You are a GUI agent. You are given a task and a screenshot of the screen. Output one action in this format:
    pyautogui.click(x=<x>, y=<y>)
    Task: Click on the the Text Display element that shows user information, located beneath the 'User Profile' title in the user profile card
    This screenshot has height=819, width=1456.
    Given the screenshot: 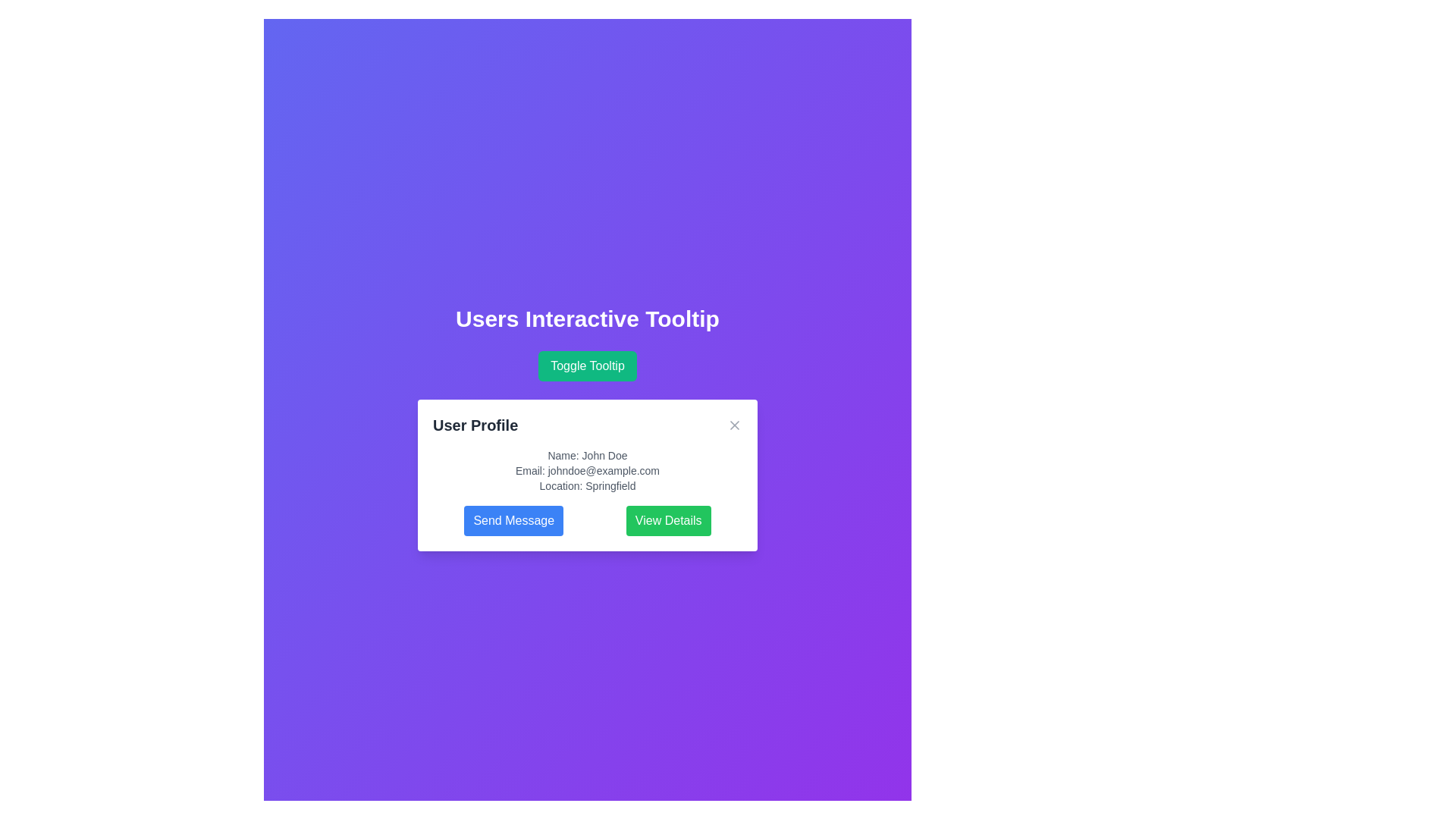 What is the action you would take?
    pyautogui.click(x=586, y=470)
    